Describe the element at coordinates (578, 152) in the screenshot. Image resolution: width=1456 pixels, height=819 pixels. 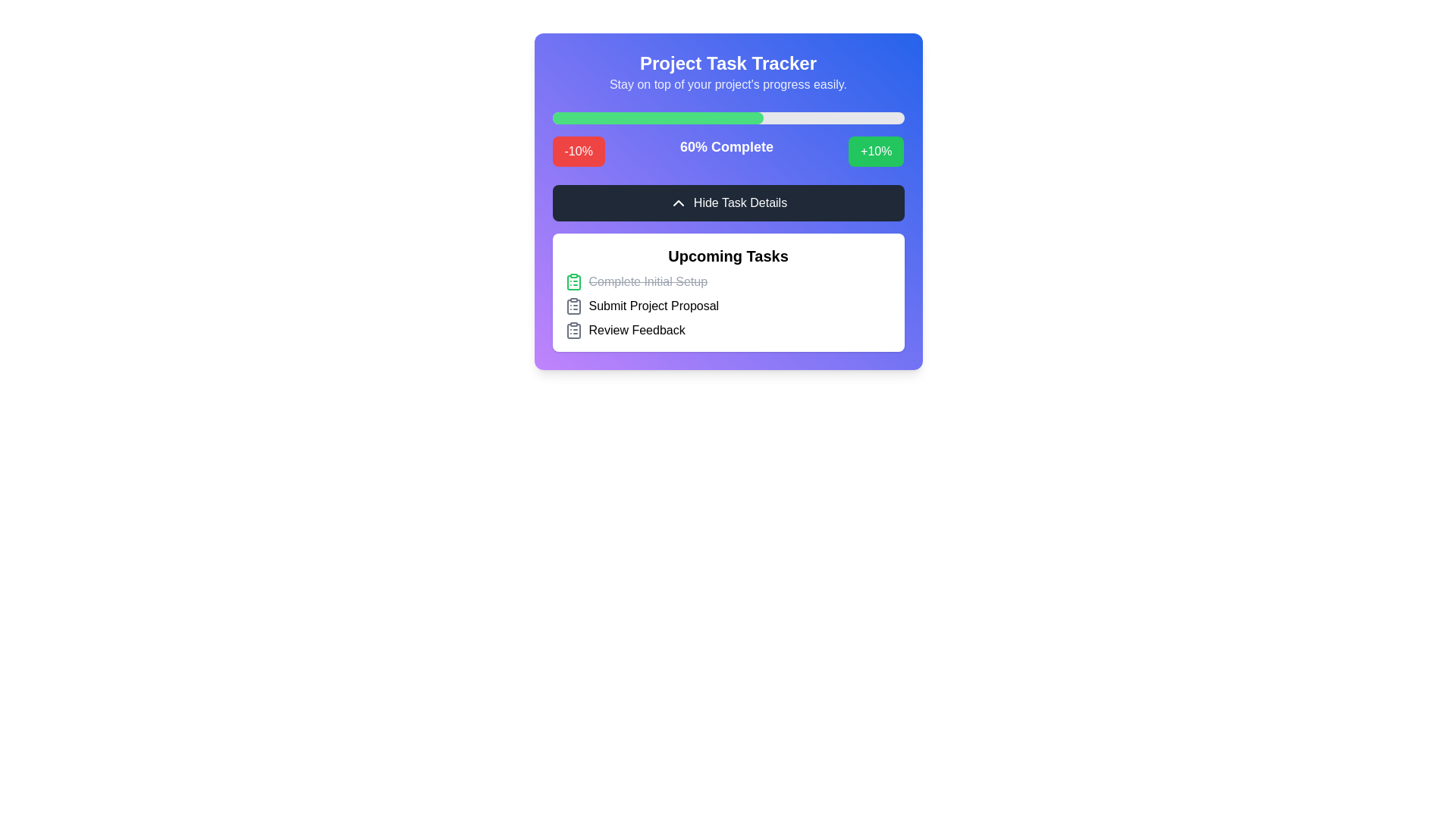
I see `the button on the left side of the row to decrease the displayed percentage value by 10%` at that location.